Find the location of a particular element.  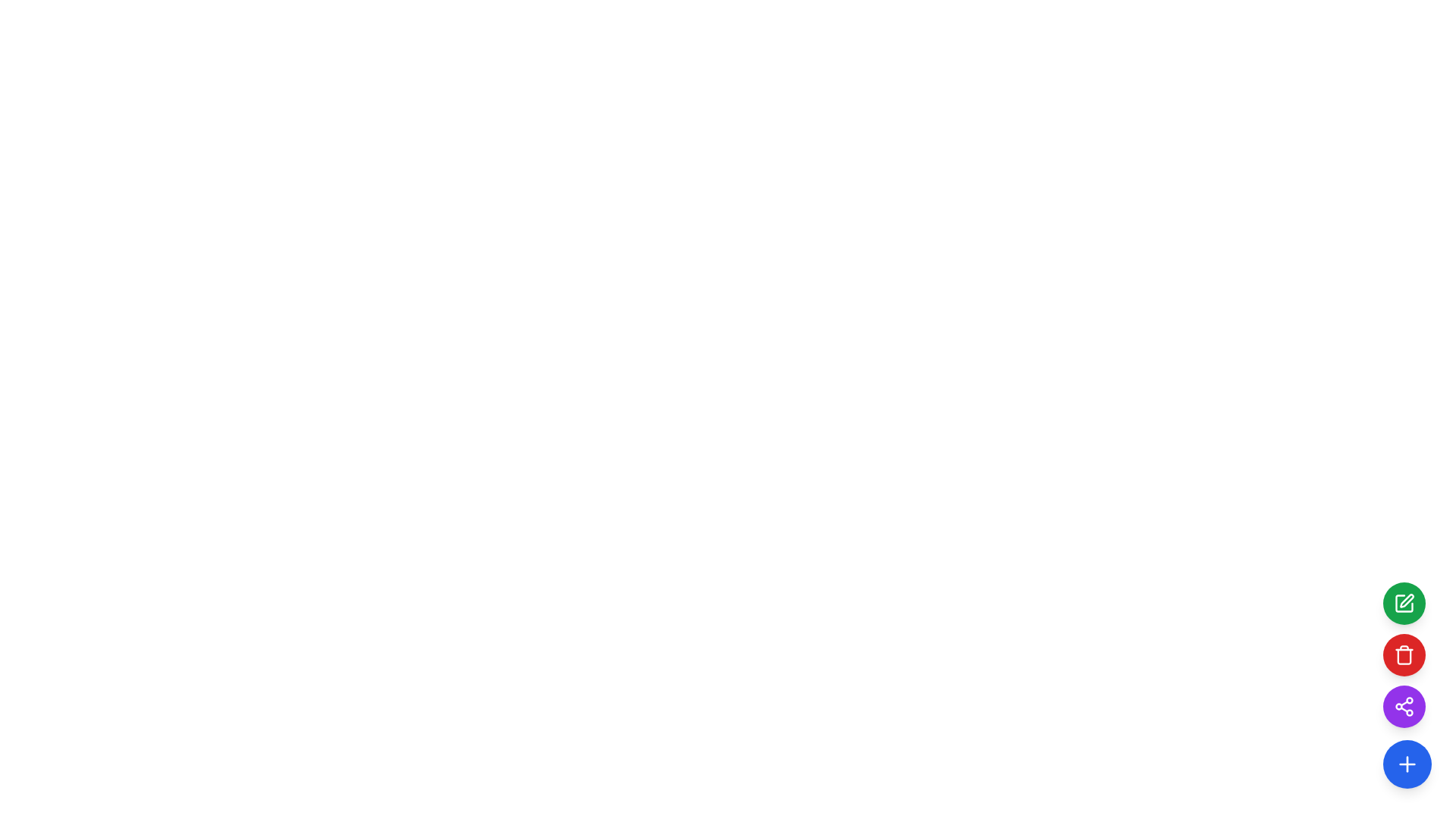

the purple circular button with a share-like icon located near the right edge of the interface is located at coordinates (1404, 707).